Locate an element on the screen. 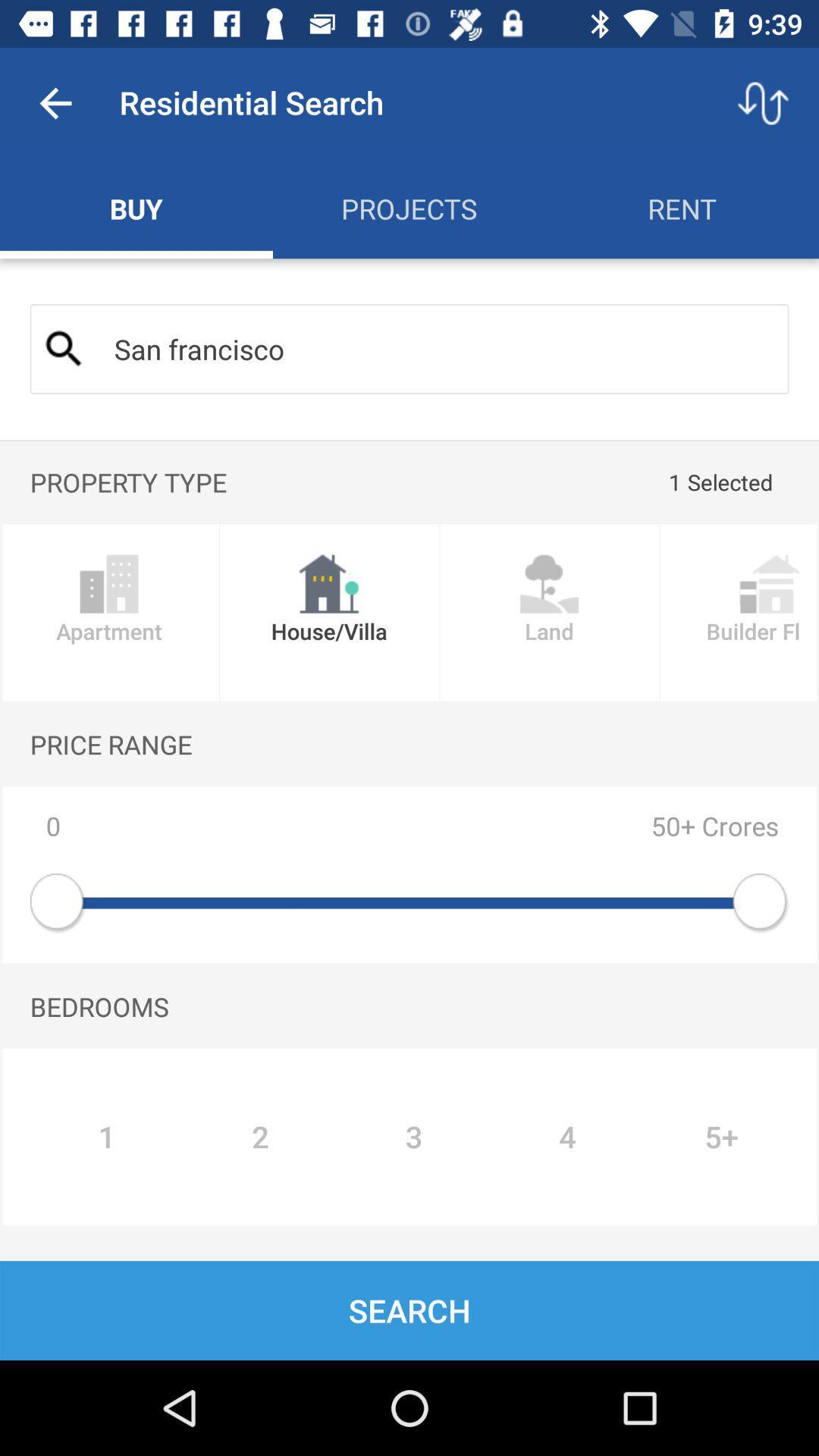  2 below bed rooms is located at coordinates (259, 1137).